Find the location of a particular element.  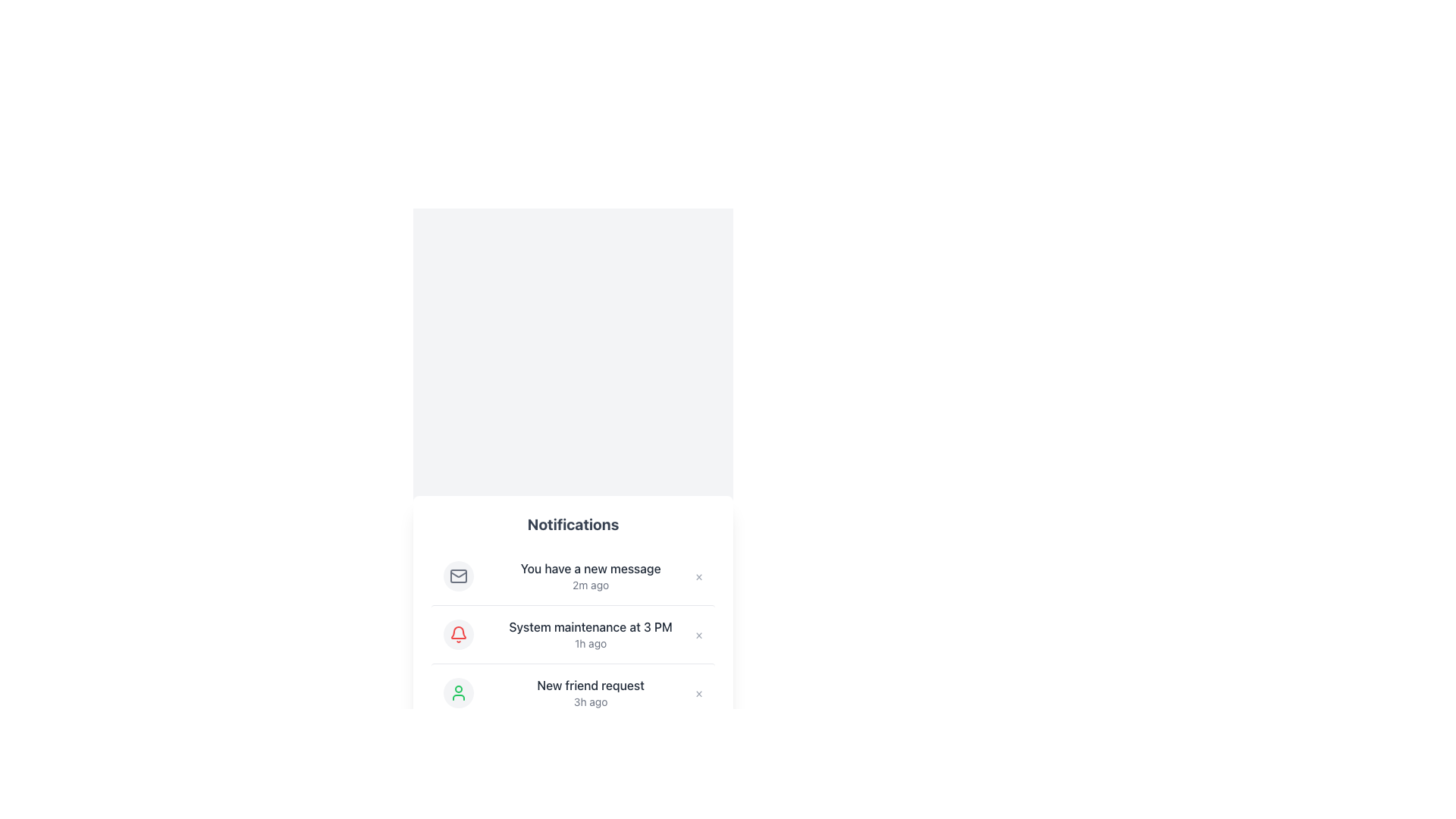

the notification title text that informs the user about a new message is located at coordinates (590, 568).